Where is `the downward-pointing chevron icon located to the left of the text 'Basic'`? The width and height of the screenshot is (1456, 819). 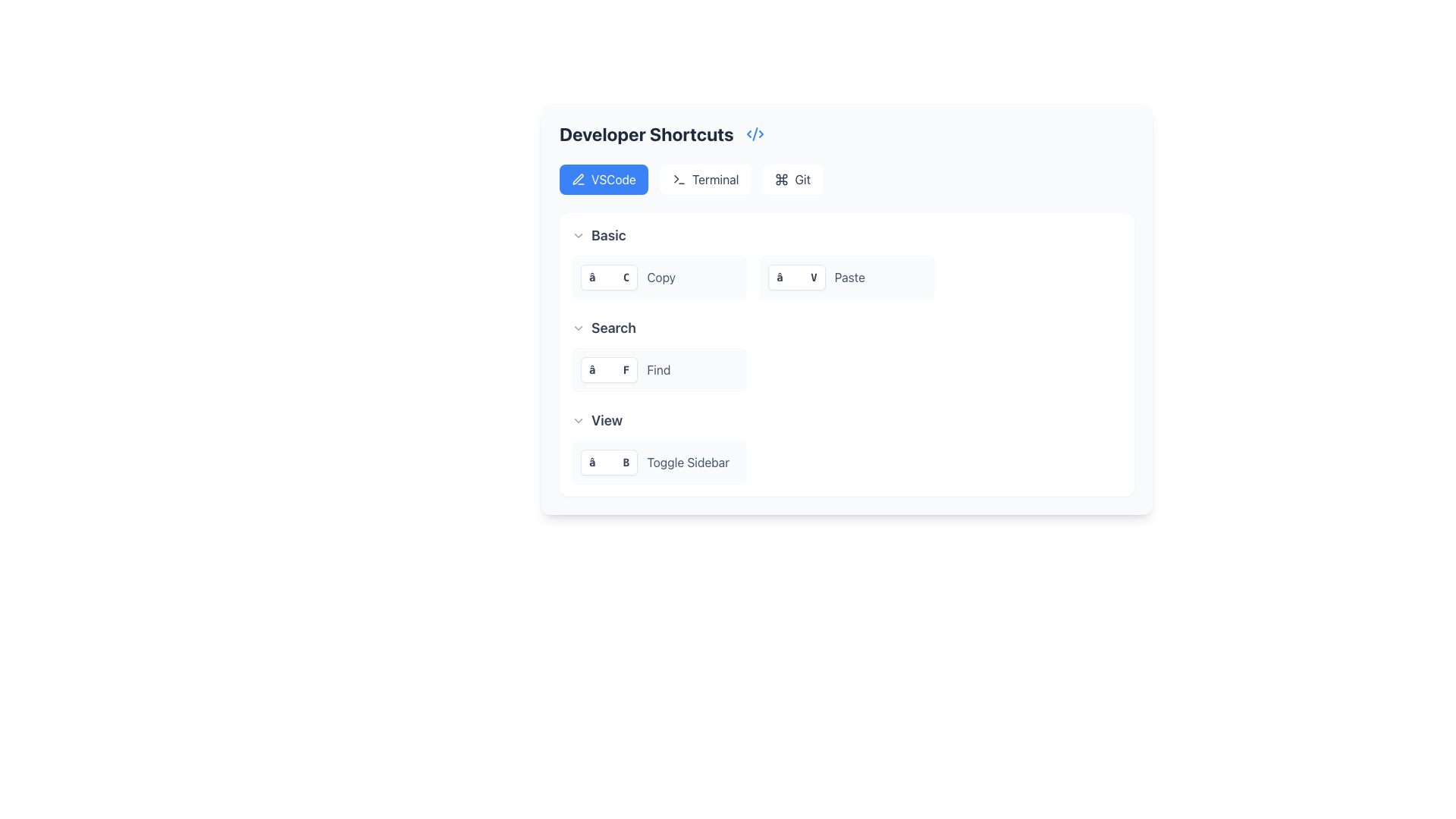 the downward-pointing chevron icon located to the left of the text 'Basic' is located at coordinates (578, 236).